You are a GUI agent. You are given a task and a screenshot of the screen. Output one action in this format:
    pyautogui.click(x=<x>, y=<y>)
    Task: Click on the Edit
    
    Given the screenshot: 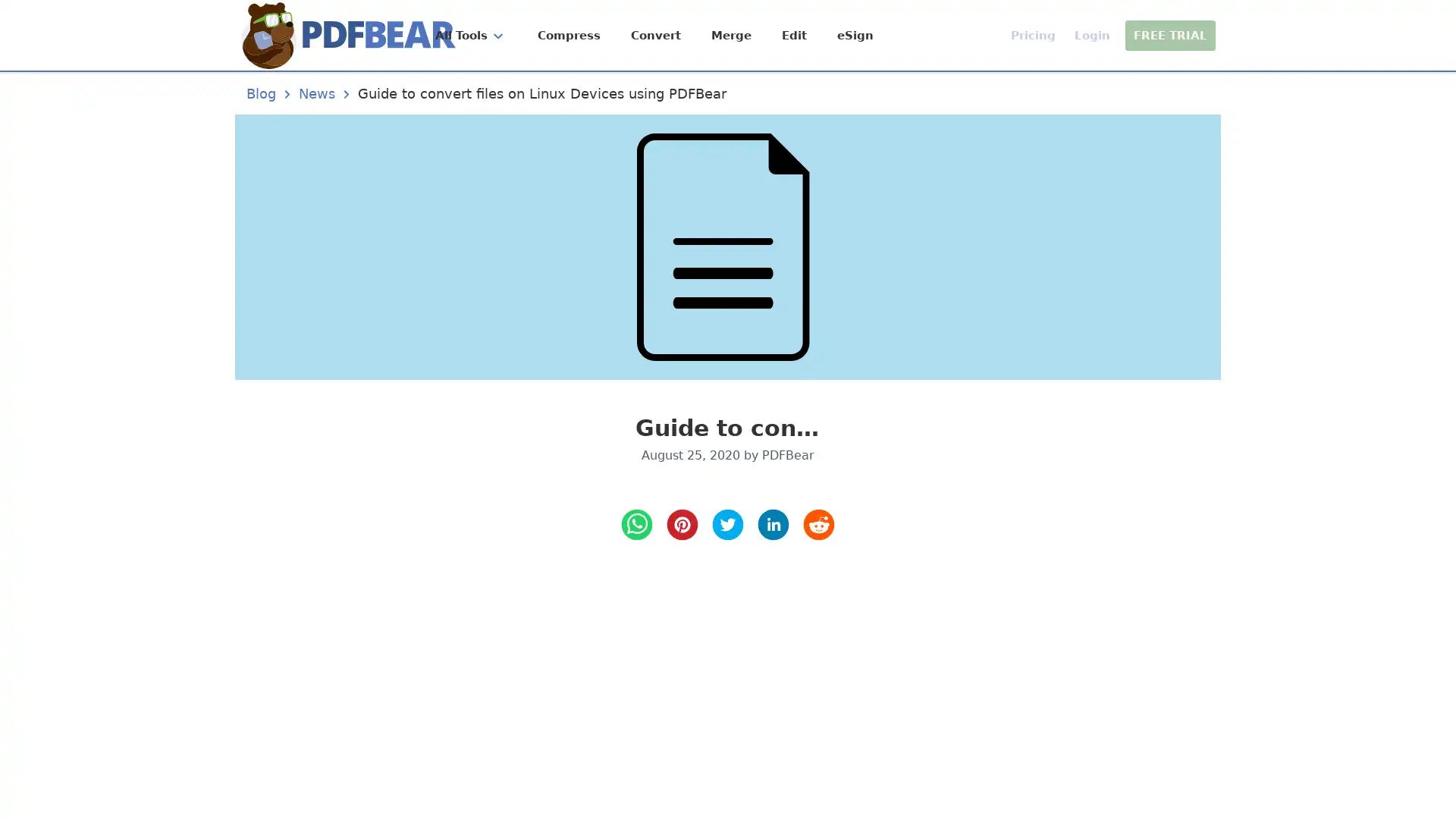 What is the action you would take?
    pyautogui.click(x=792, y=34)
    